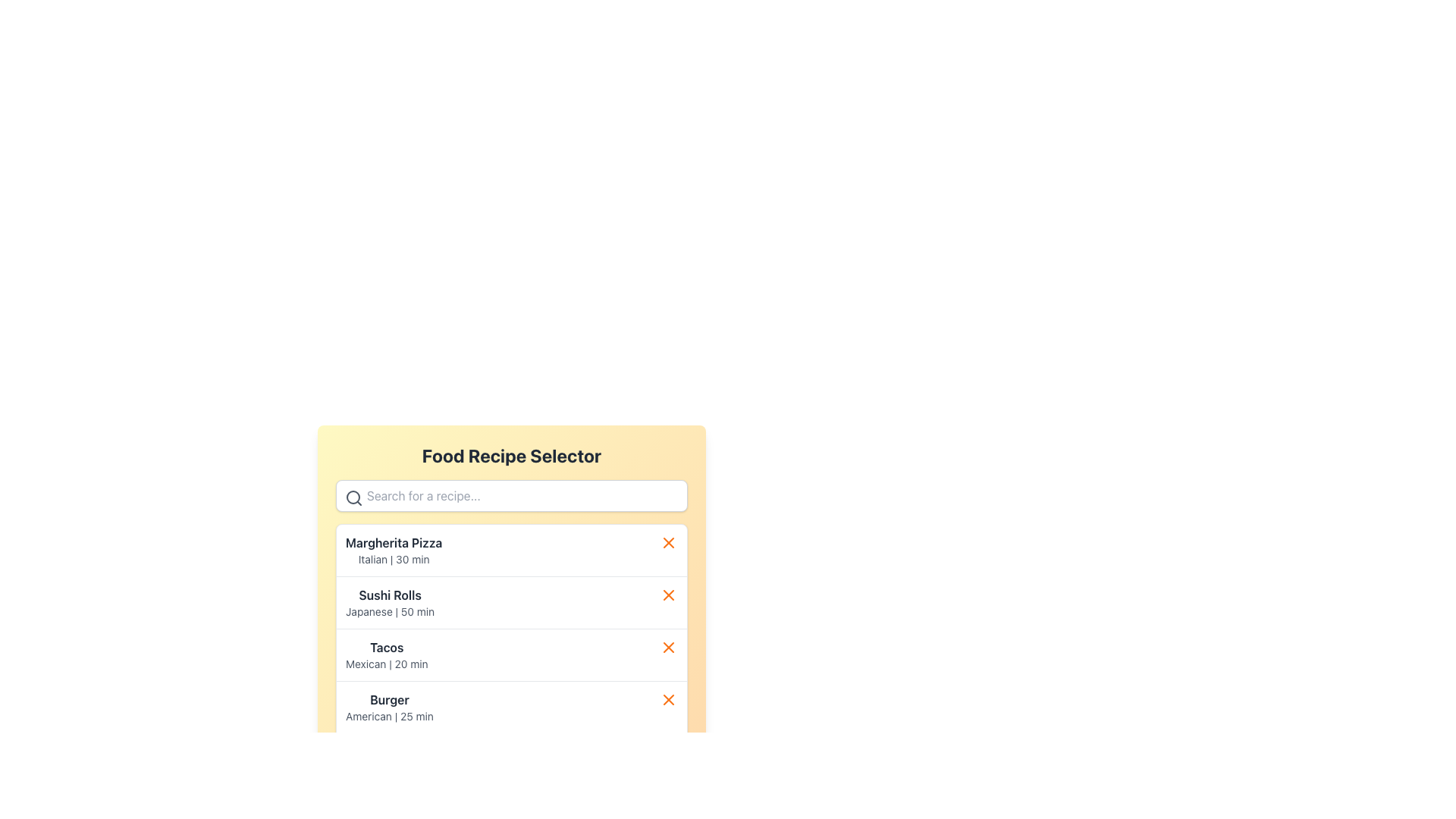 This screenshot has height=819, width=1456. Describe the element at coordinates (668, 595) in the screenshot. I see `the deletion icon located on the right side of the third list item for 'Sushi Rolls'` at that location.